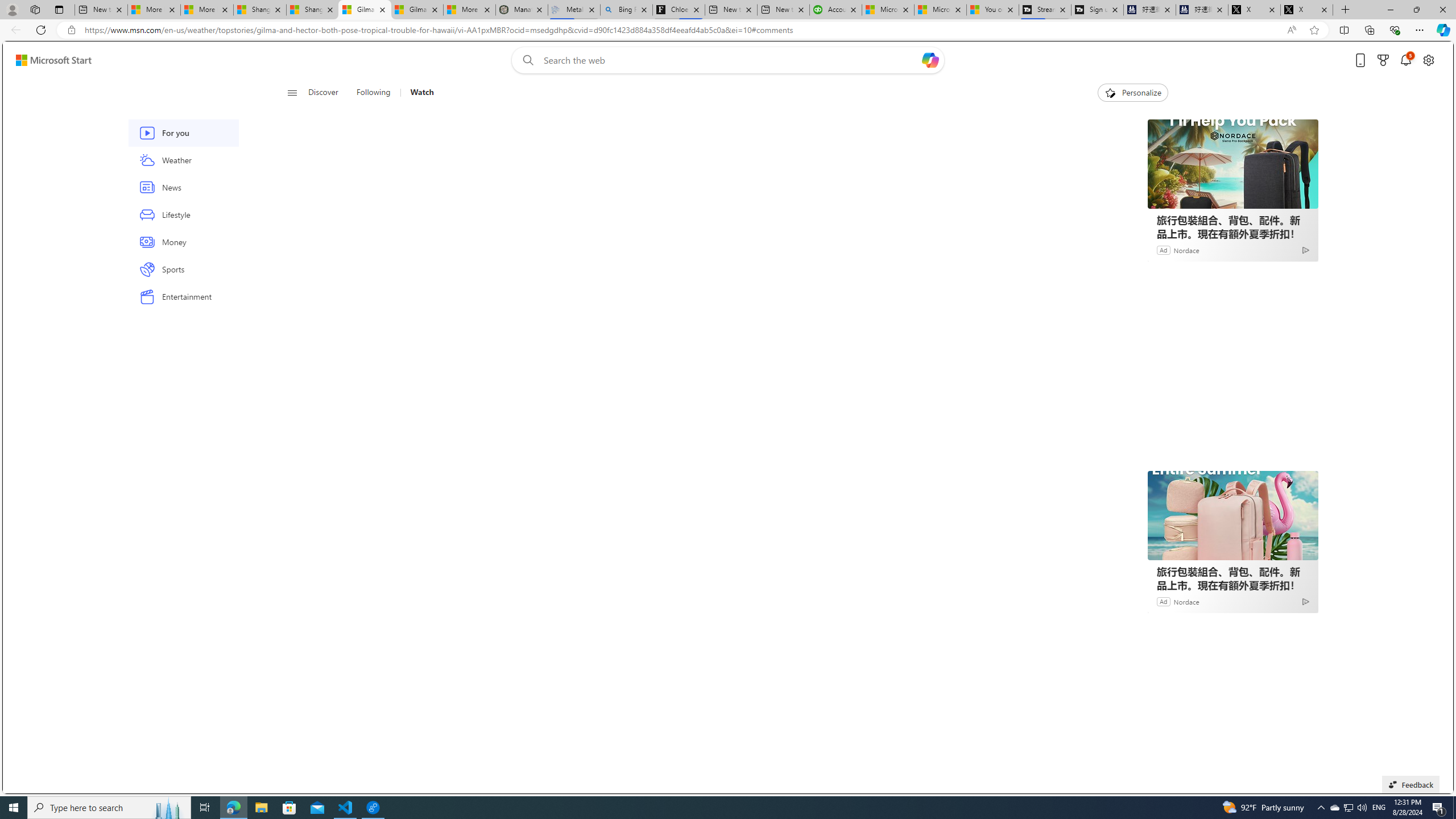 The height and width of the screenshot is (819, 1456). Describe the element at coordinates (46, 59) in the screenshot. I see `'Skip to footer'` at that location.